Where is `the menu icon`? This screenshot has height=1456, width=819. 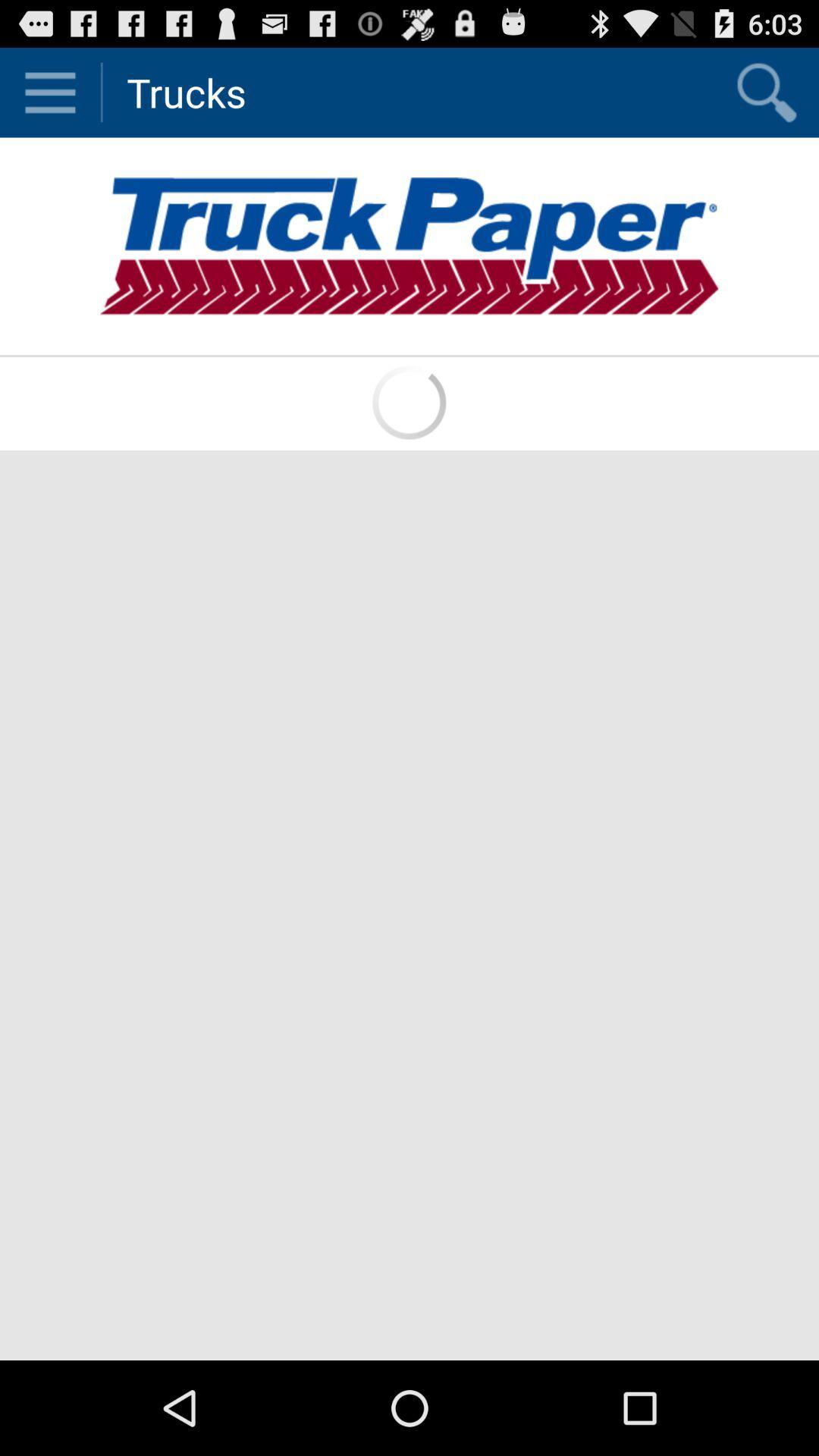 the menu icon is located at coordinates (49, 98).